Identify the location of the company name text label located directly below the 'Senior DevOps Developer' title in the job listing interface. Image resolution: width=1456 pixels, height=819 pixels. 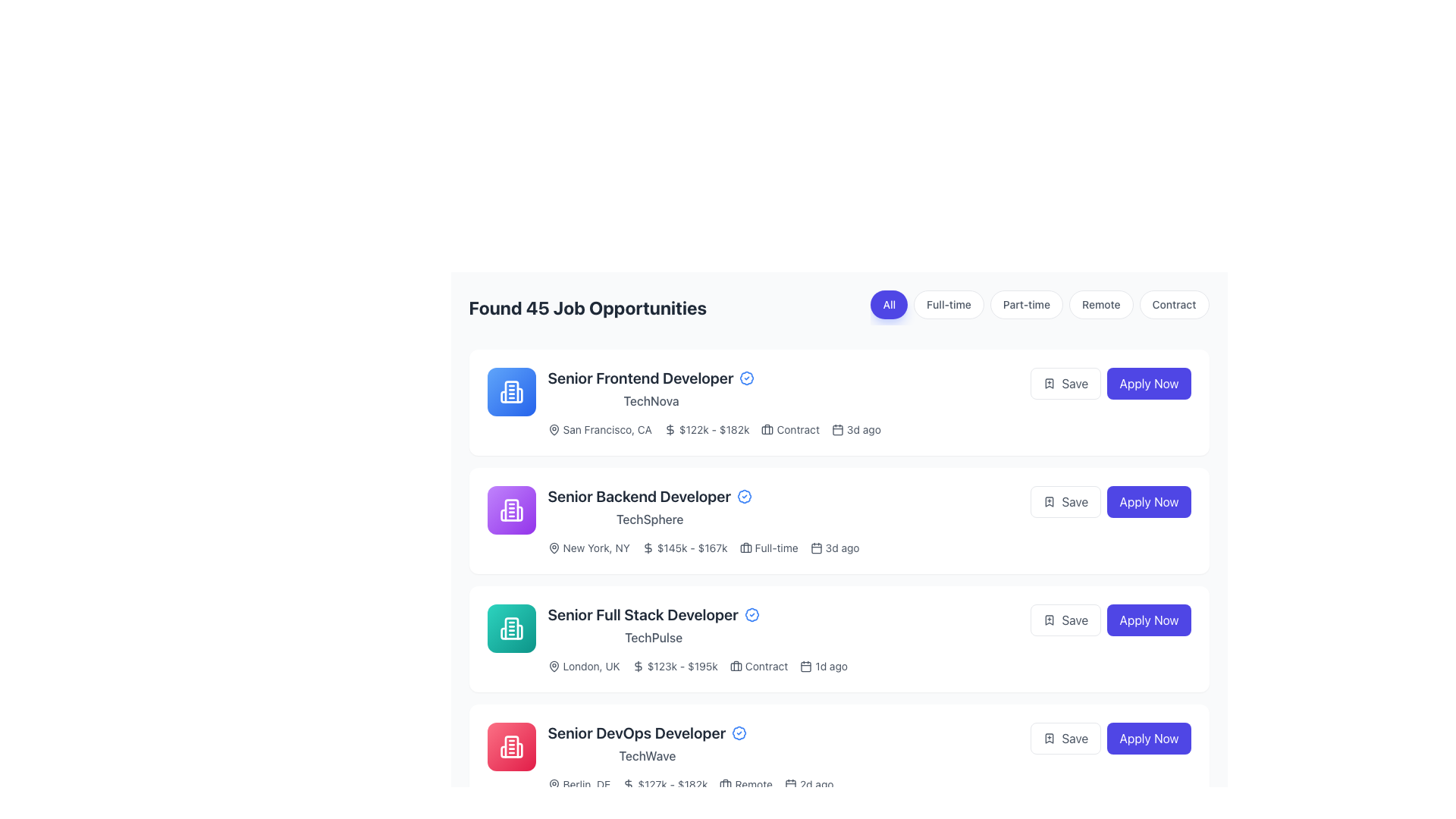
(647, 755).